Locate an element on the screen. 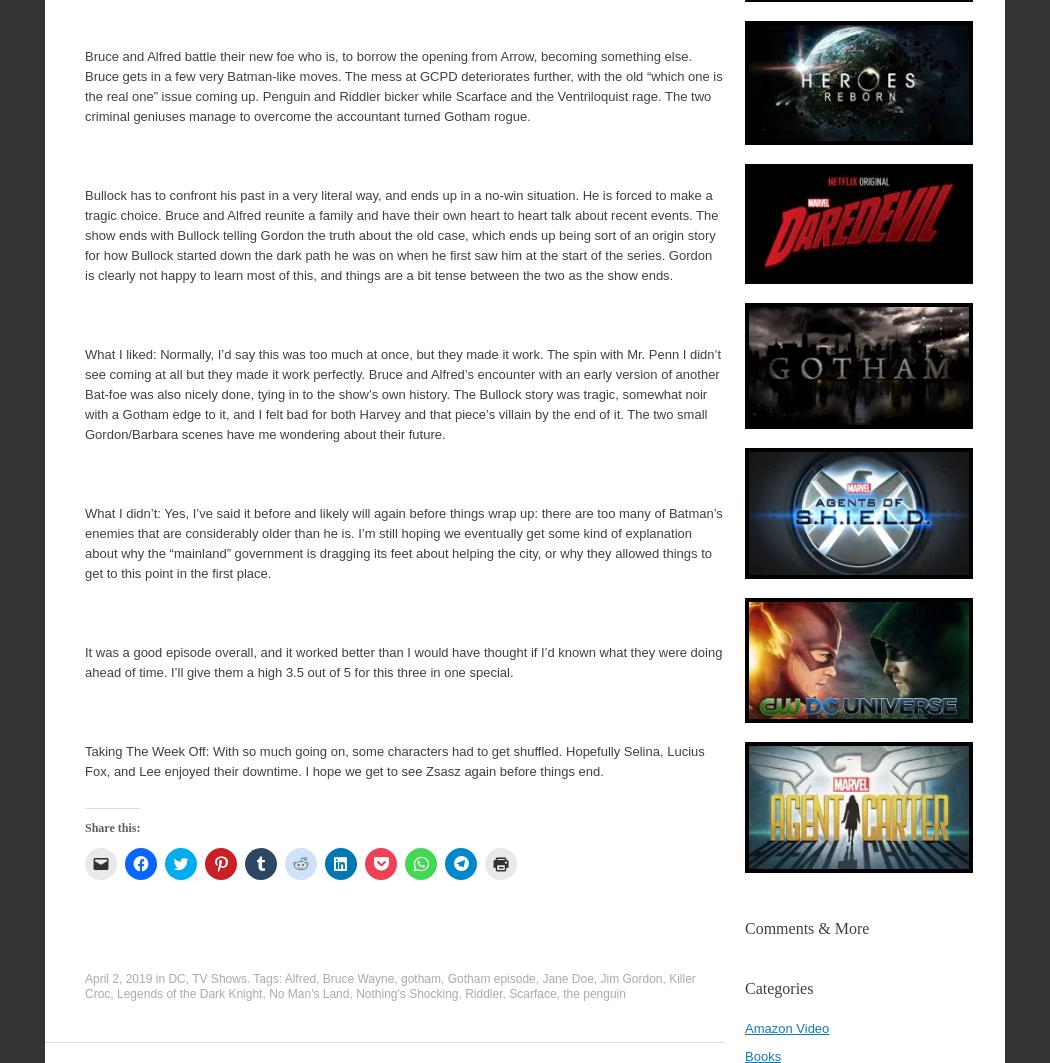  'Bruce and Alfred battle their new foe who is, to borrow the opening from Arrow, becoming something else. Bruce gets in a few very Batman-like moves. The mess at GCPD deteriorates further, with the old “which one is the real one” issue coming up. Penguin and Riddler bicker while Scarface and the Ventriloquist rage. The two criminal geniuses manage to overcome the accountant turned Gotham rogue.' is located at coordinates (403, 86).